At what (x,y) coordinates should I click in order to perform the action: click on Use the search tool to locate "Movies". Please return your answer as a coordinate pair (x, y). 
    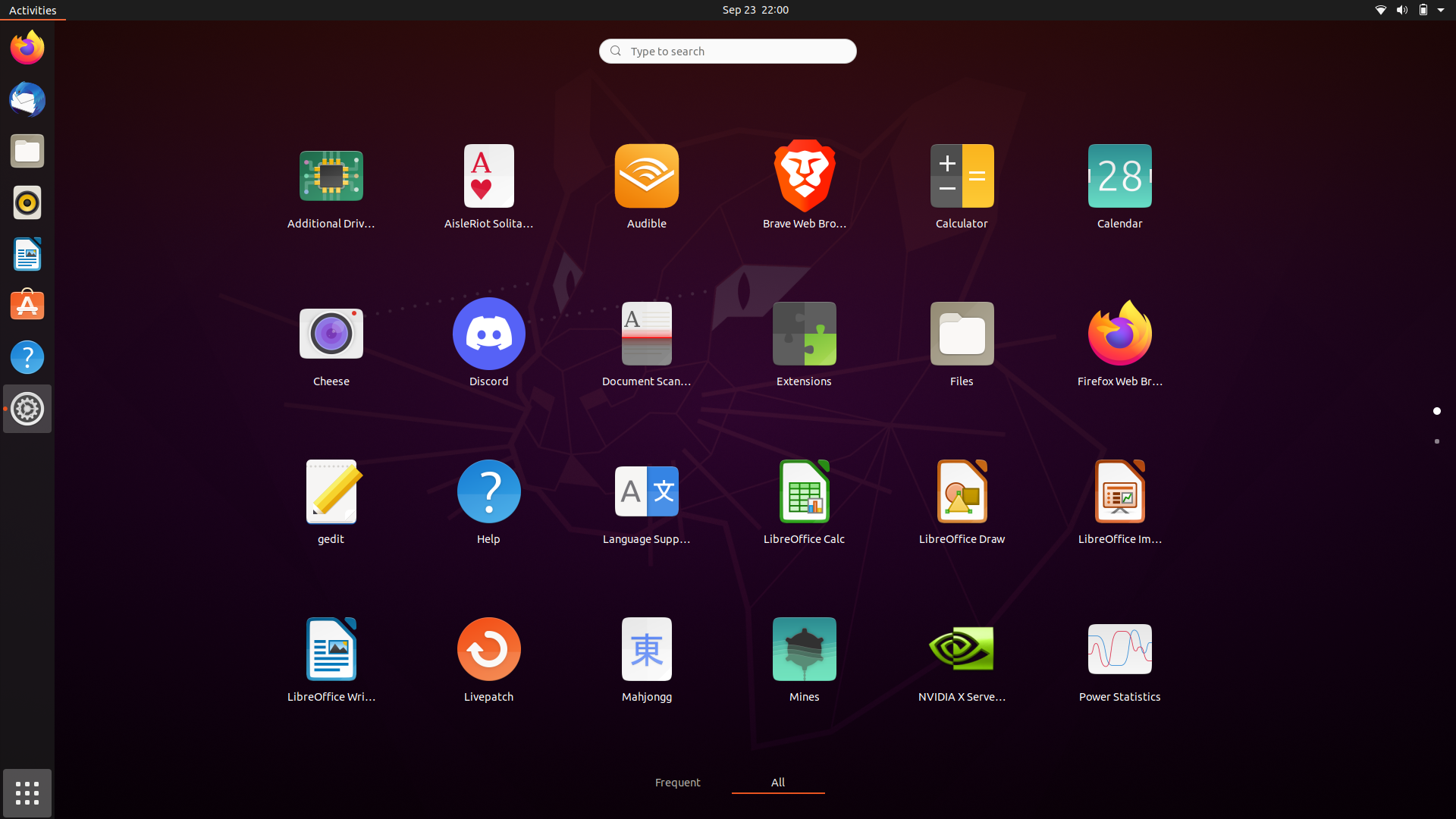
    Looking at the image, I should click on (726, 49).